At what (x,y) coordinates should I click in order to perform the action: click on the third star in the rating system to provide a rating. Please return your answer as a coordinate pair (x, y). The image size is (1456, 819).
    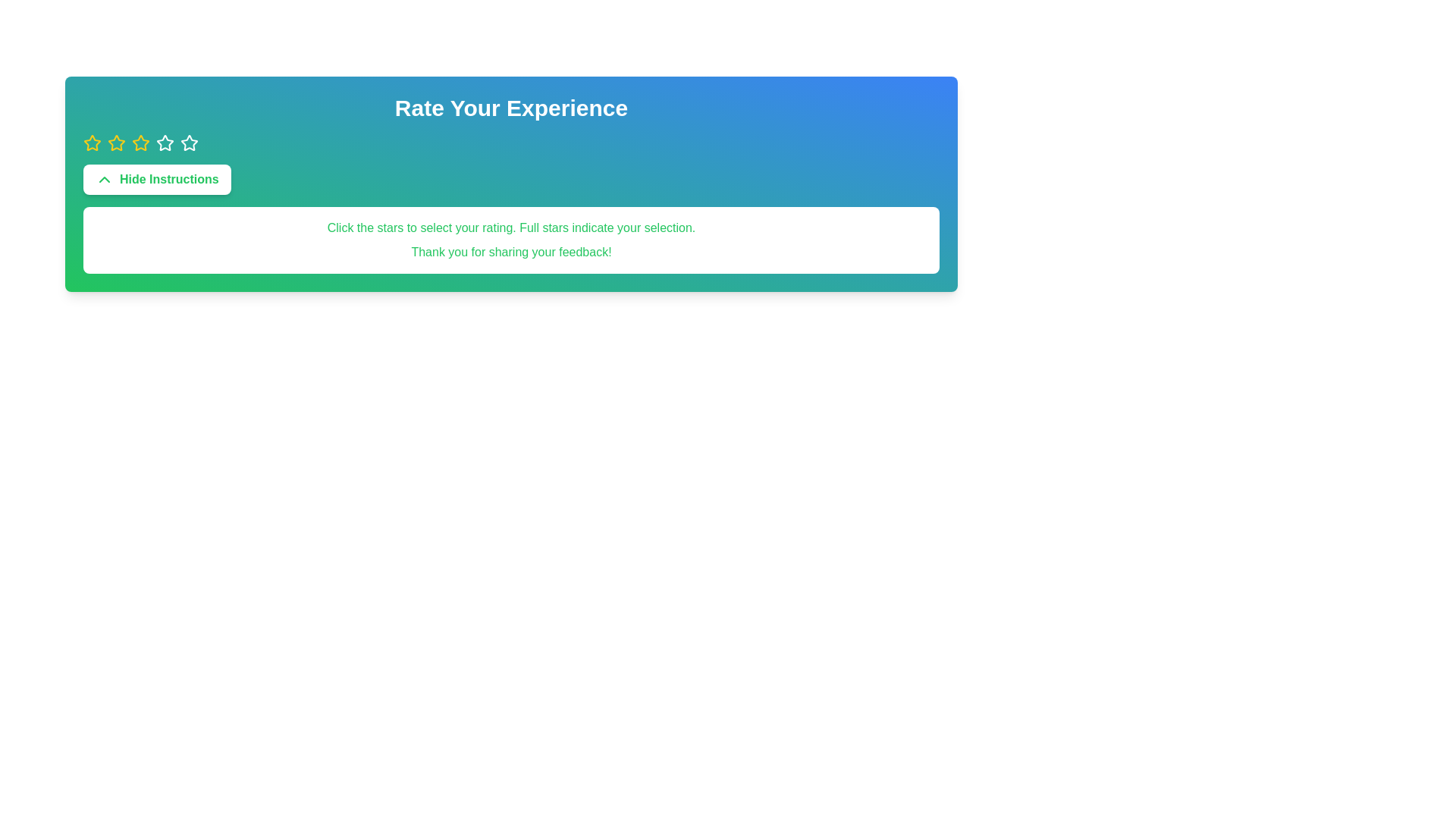
    Looking at the image, I should click on (165, 143).